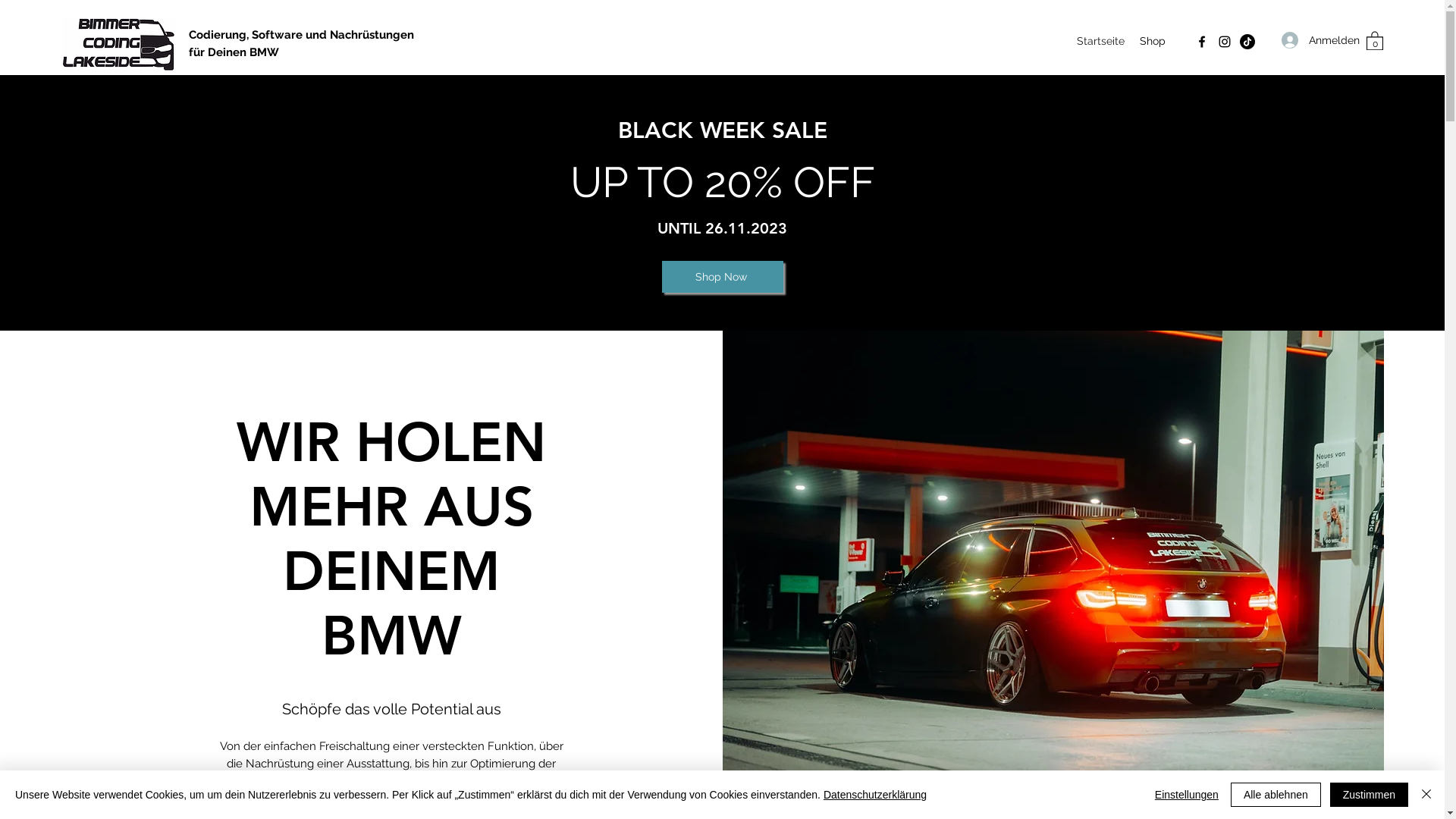 The height and width of the screenshot is (819, 1456). I want to click on 'Zustimmen', so click(1369, 794).